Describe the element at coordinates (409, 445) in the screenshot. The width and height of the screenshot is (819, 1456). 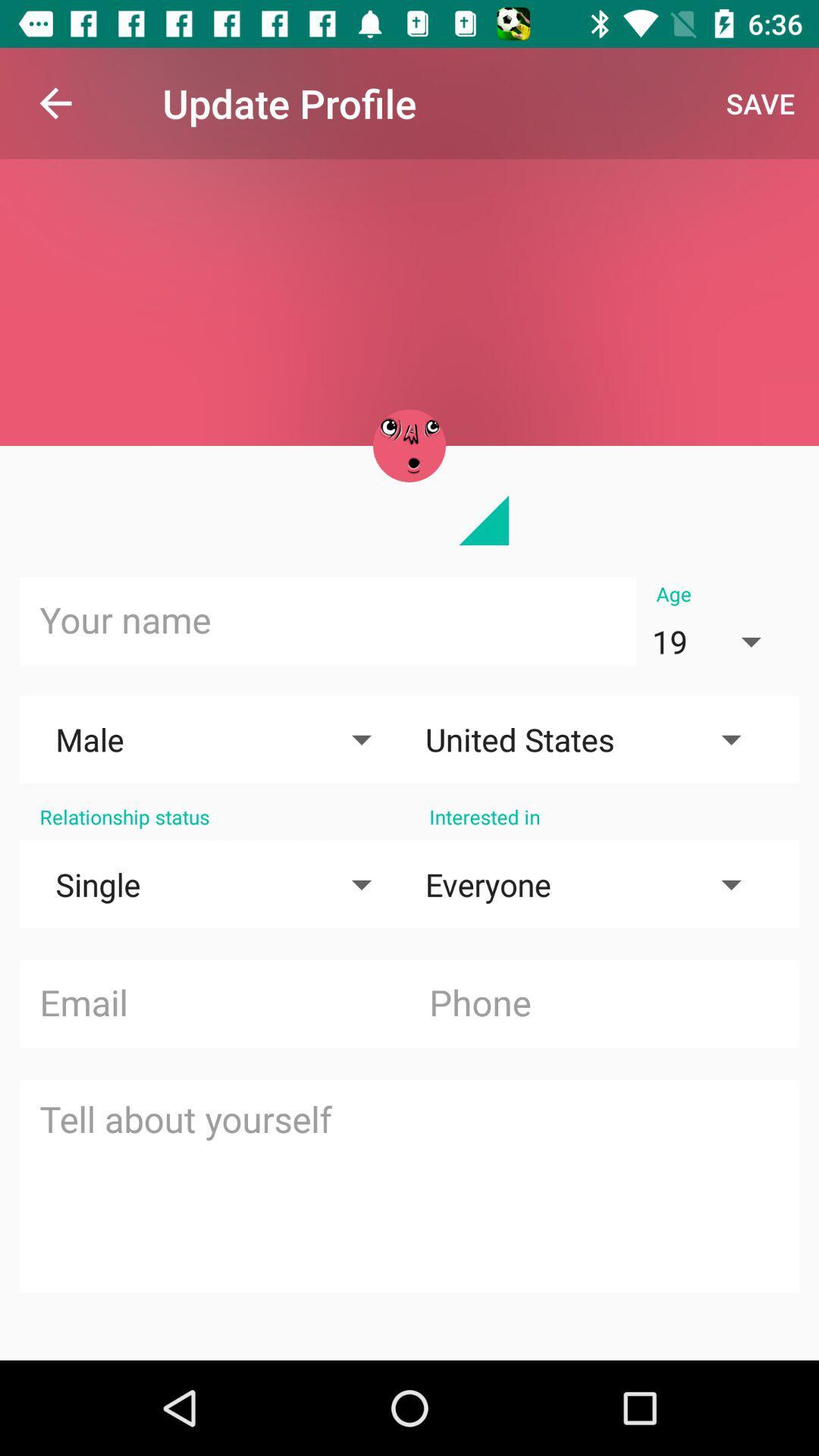
I see `check profile photo` at that location.